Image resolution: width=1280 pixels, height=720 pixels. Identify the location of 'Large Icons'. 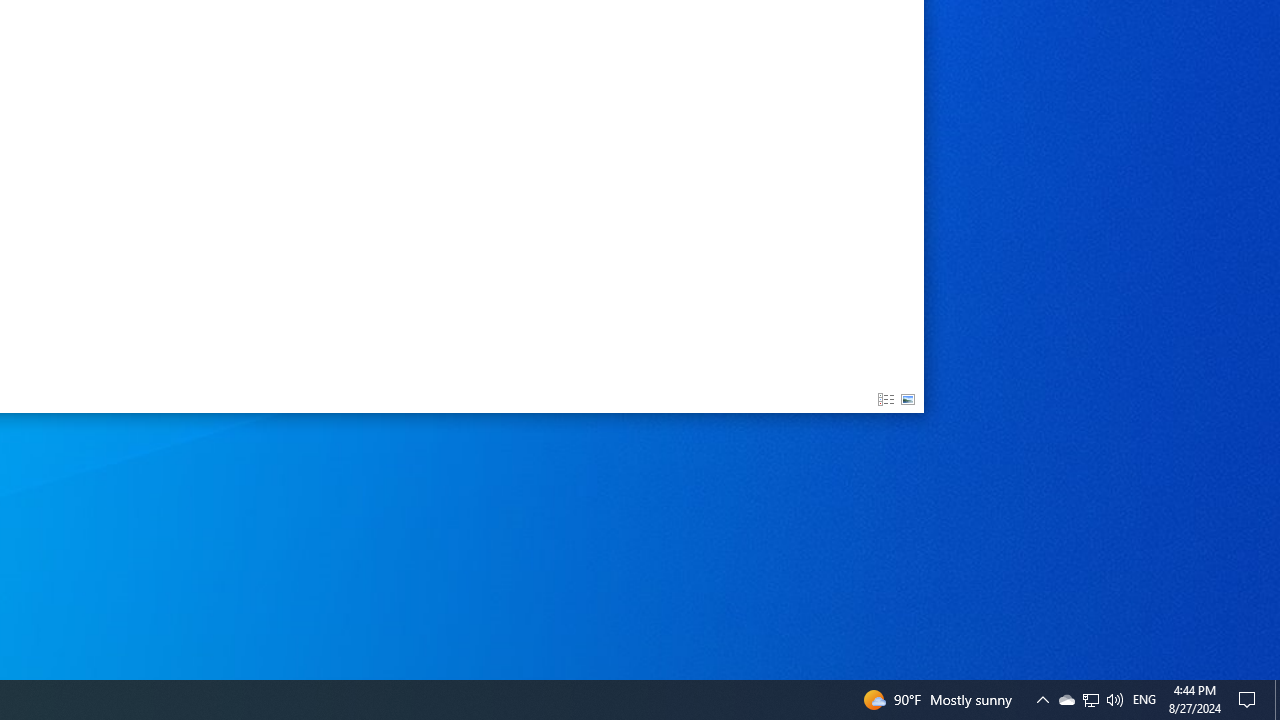
(907, 400).